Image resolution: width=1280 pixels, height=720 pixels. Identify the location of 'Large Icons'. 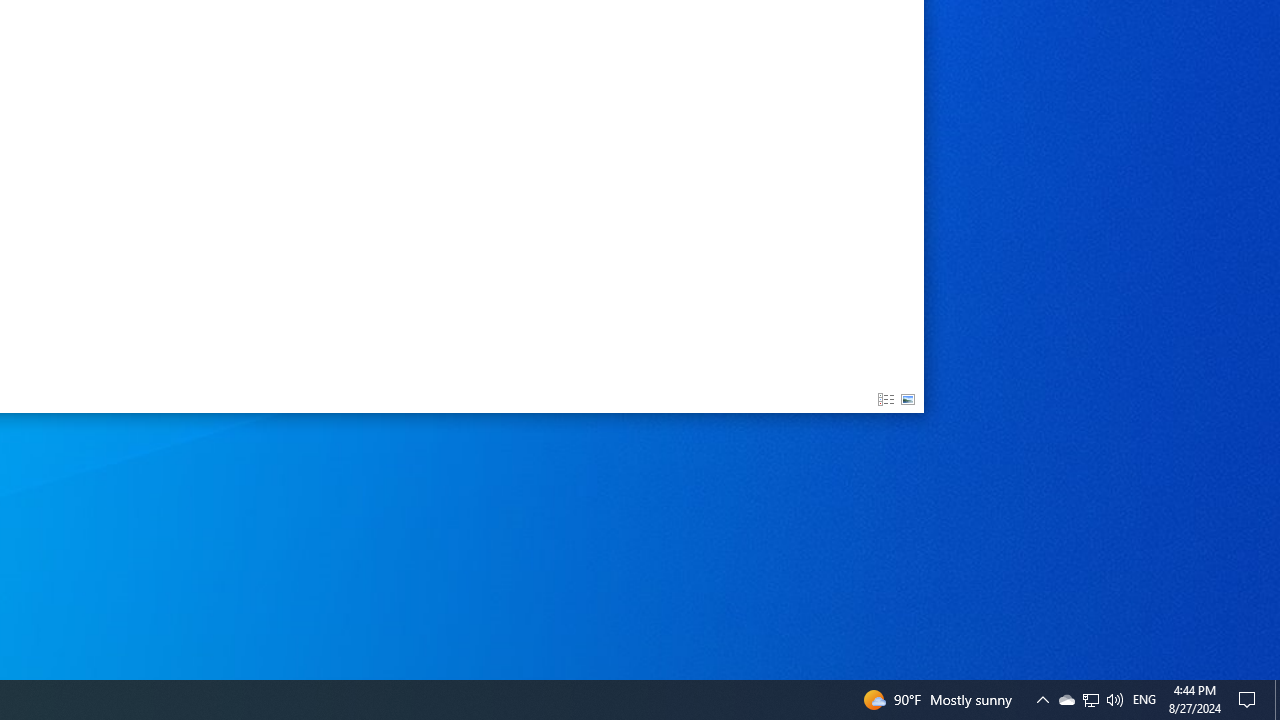
(907, 400).